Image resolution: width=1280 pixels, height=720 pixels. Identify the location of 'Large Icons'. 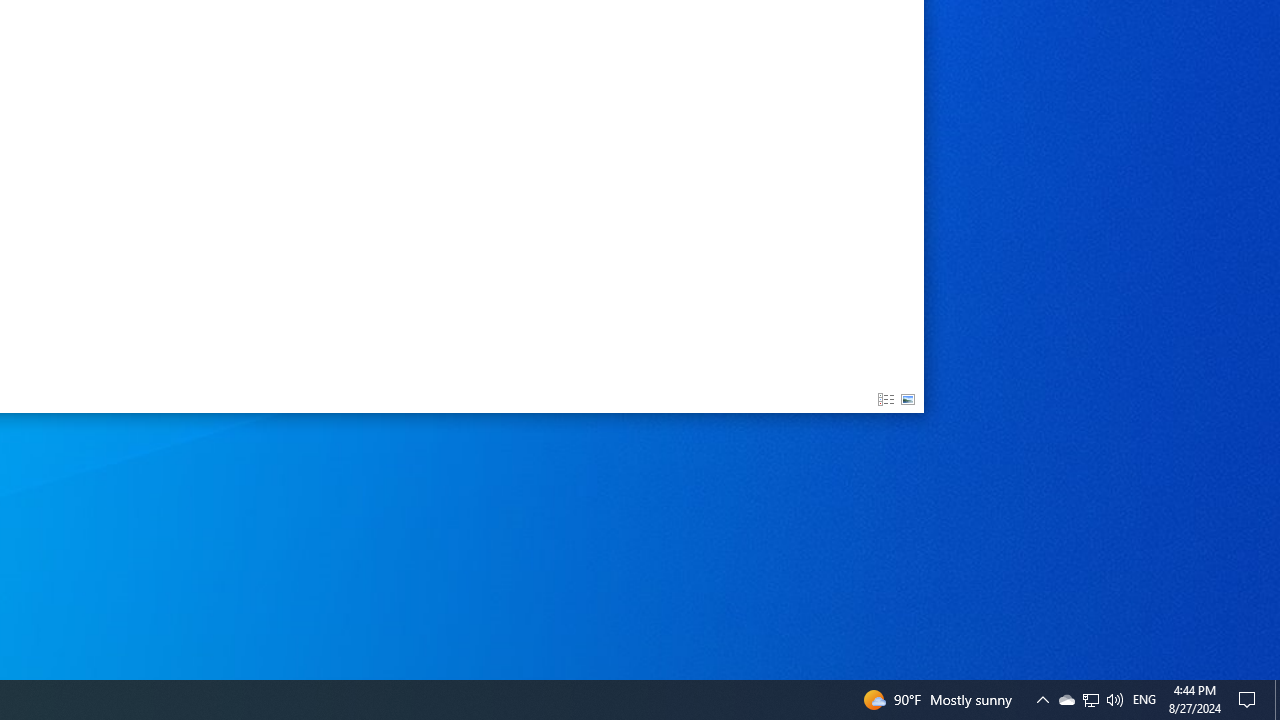
(907, 400).